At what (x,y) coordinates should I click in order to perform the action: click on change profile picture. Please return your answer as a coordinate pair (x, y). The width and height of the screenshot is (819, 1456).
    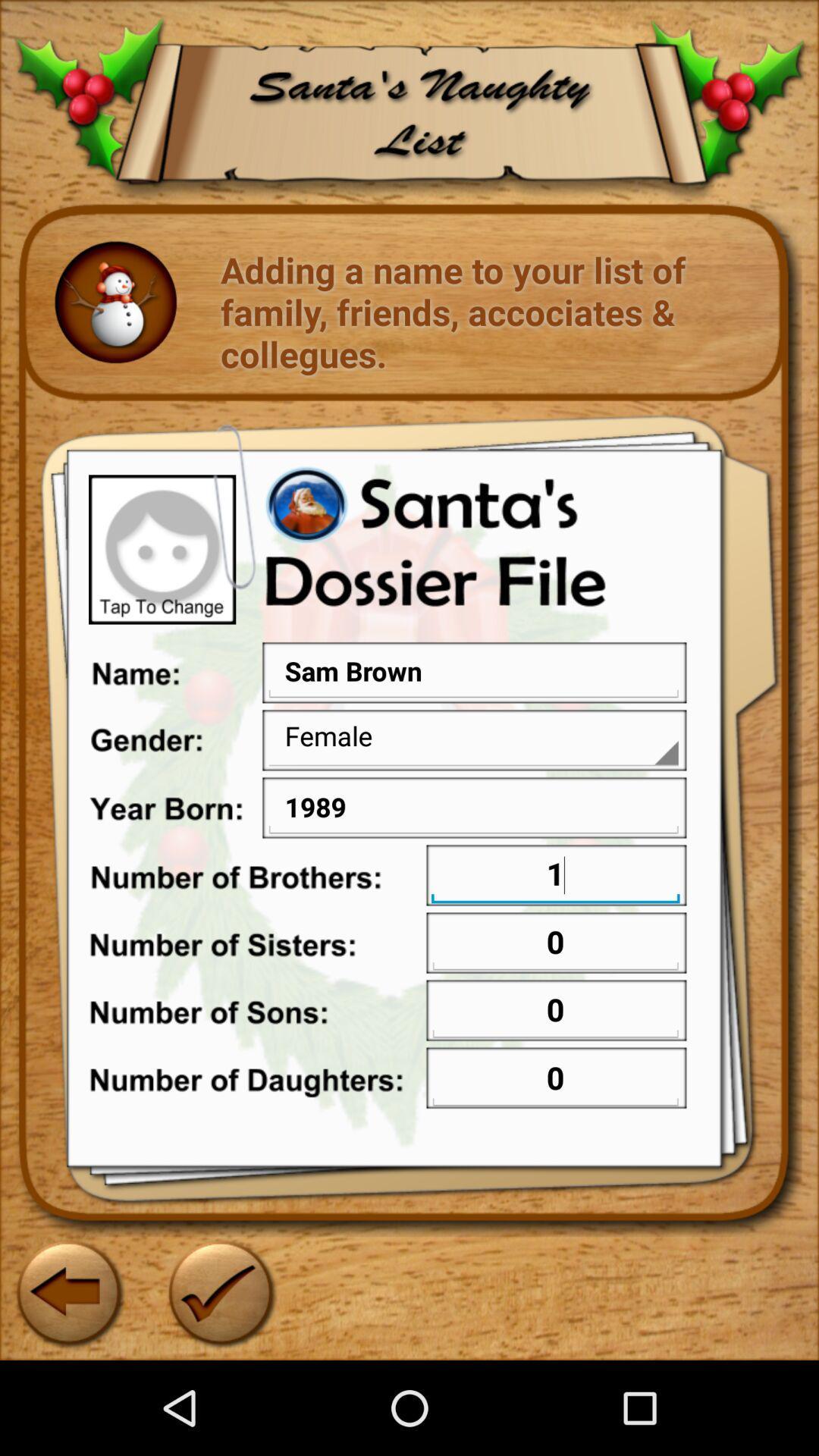
    Looking at the image, I should click on (162, 548).